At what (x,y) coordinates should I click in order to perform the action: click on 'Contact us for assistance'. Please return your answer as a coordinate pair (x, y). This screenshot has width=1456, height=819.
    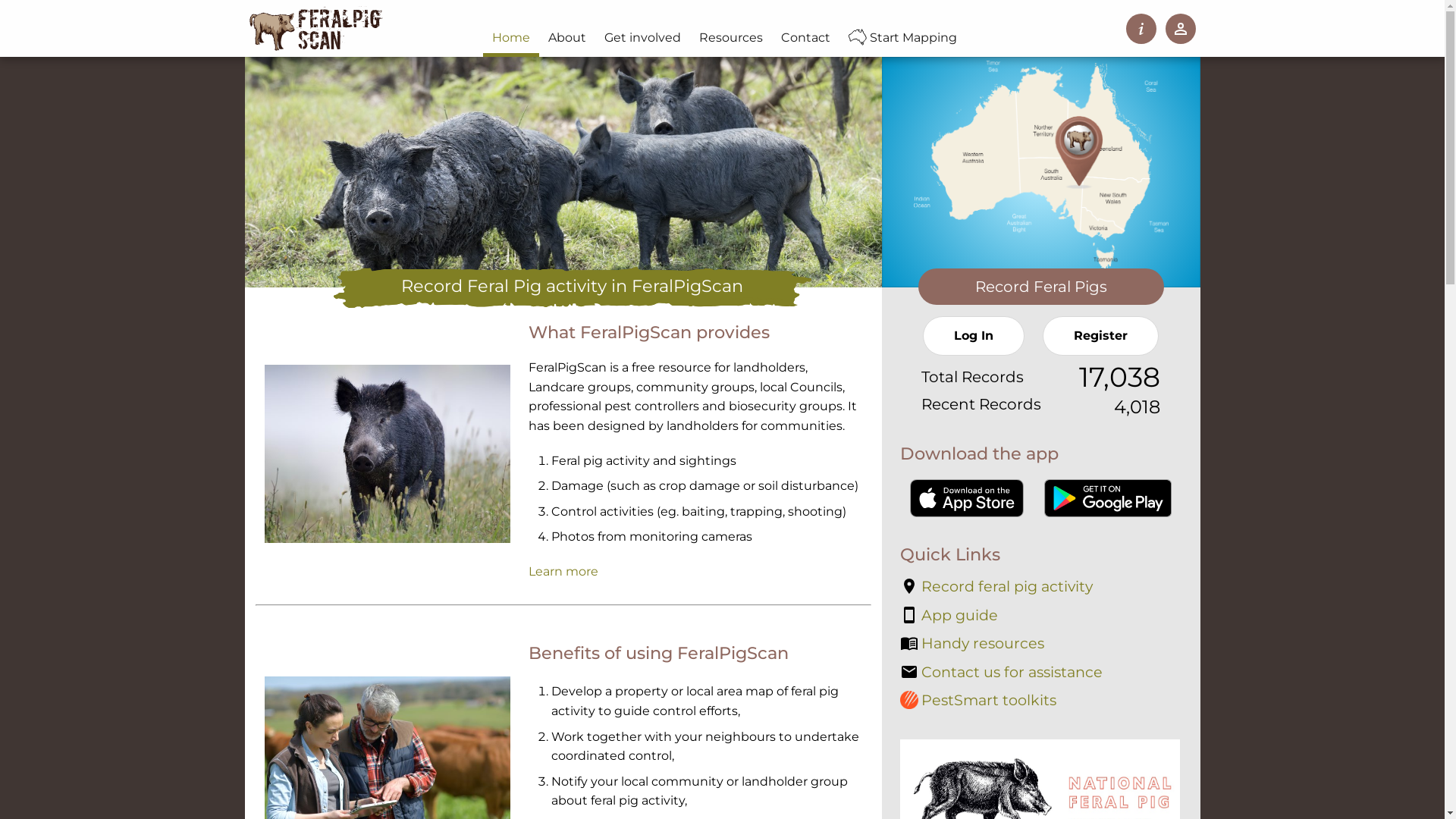
    Looking at the image, I should click on (1000, 672).